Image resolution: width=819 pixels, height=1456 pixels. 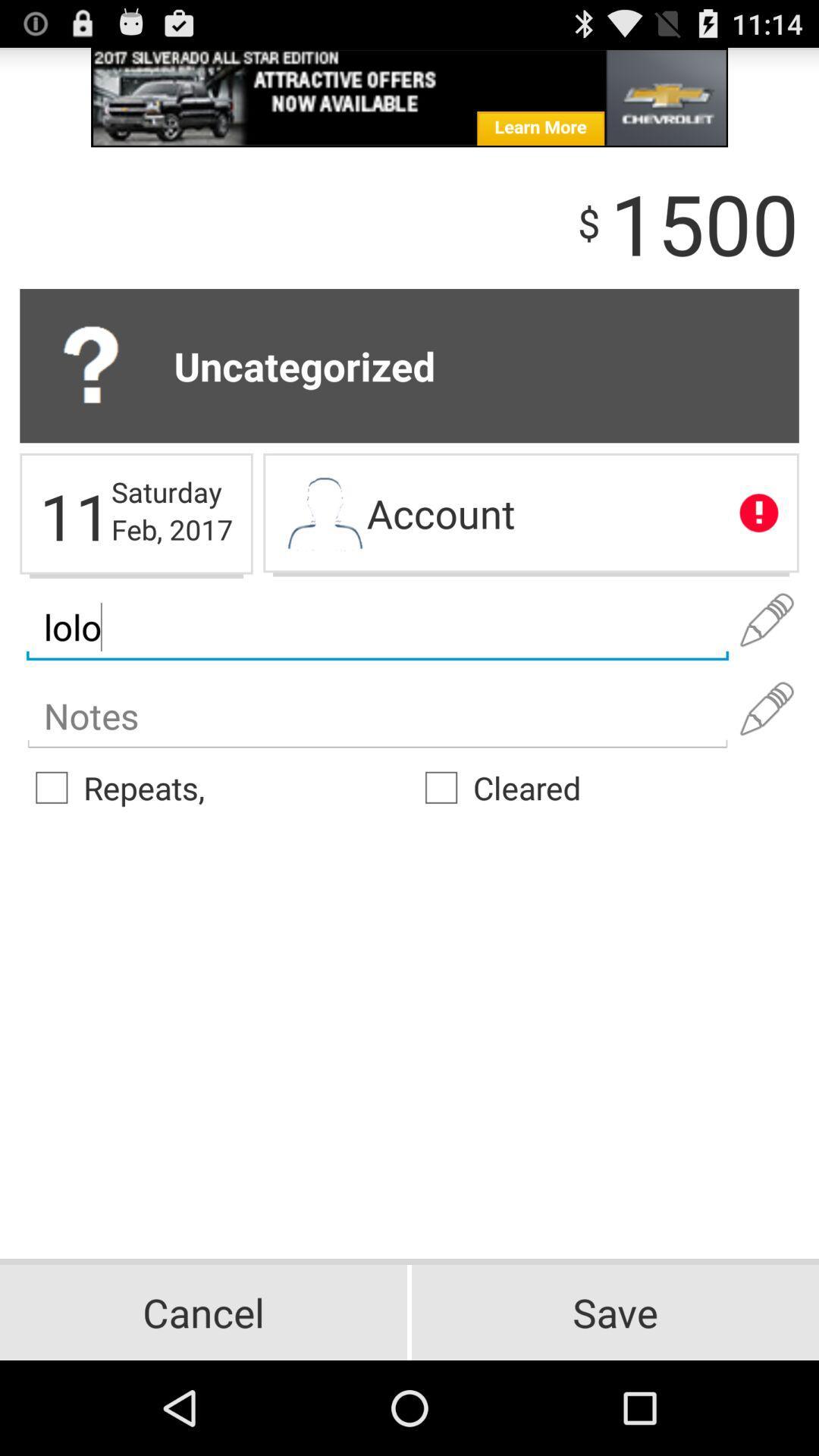 I want to click on the advertisement, so click(x=409, y=96).